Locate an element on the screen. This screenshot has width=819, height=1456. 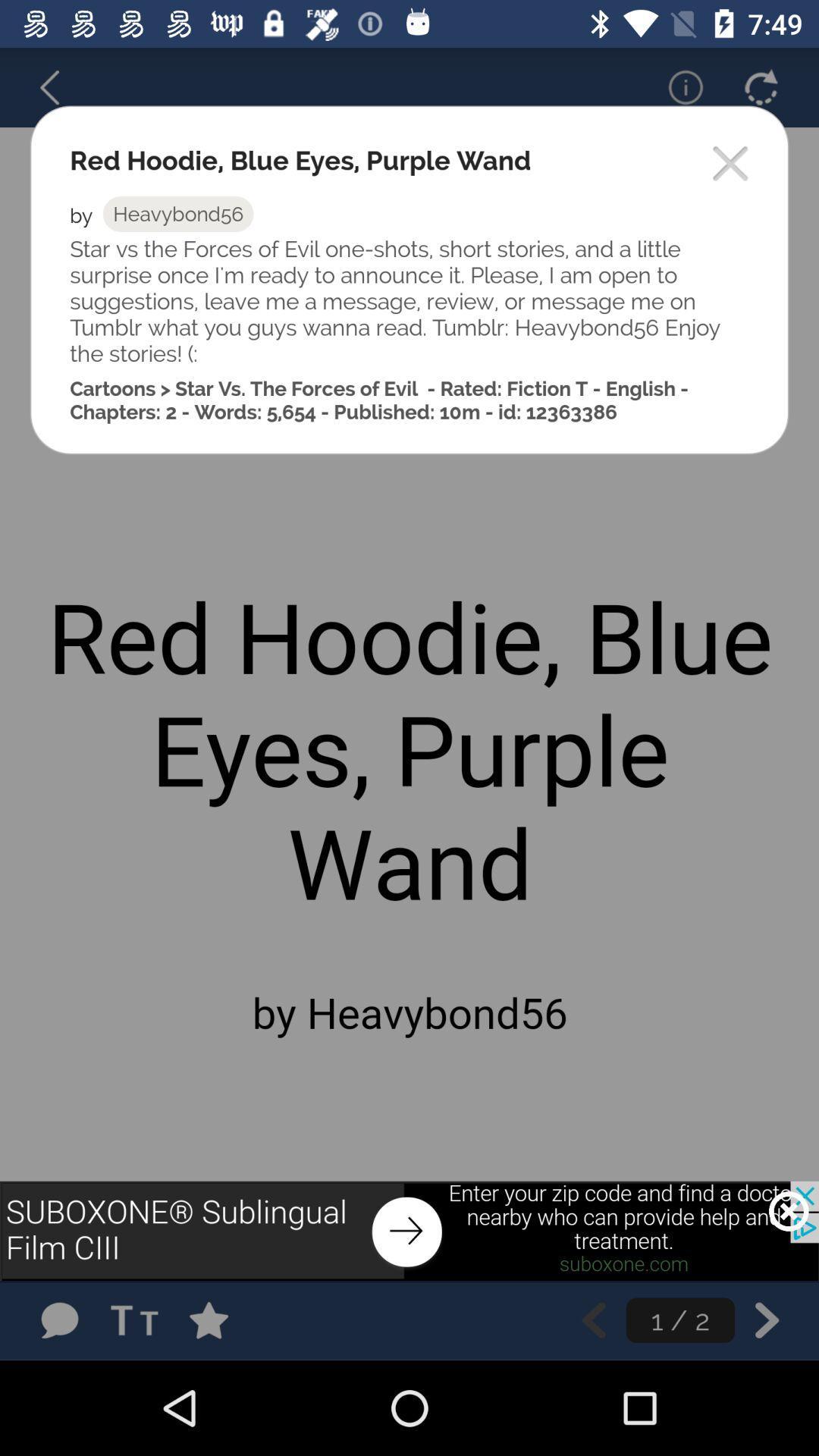
open advertisement is located at coordinates (409, 1231).